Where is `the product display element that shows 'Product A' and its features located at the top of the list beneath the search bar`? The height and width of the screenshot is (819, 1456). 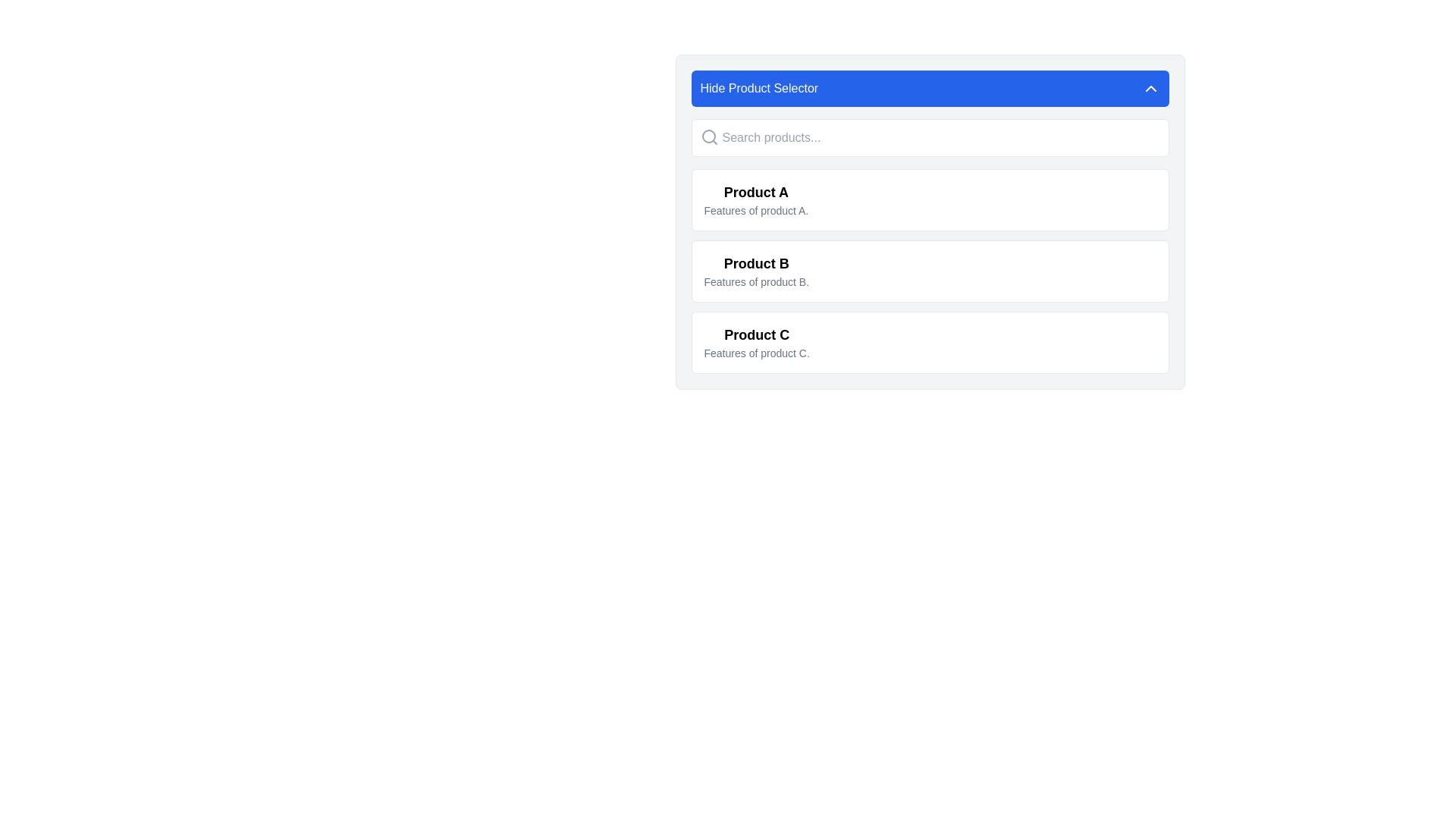 the product display element that shows 'Product A' and its features located at the top of the list beneath the search bar is located at coordinates (756, 199).